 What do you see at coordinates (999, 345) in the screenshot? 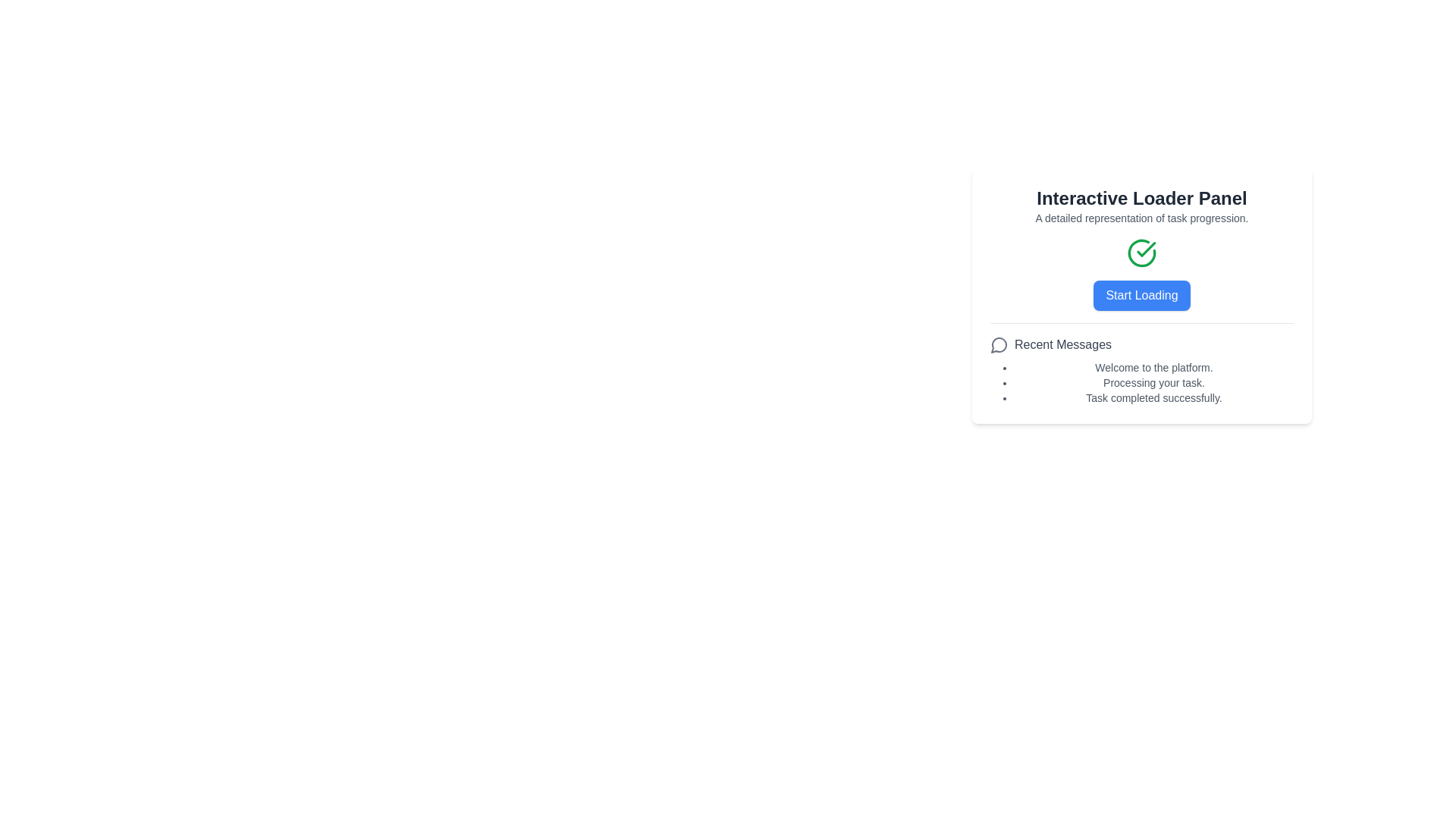
I see `the speech bubble icon, which is gray and located` at bounding box center [999, 345].